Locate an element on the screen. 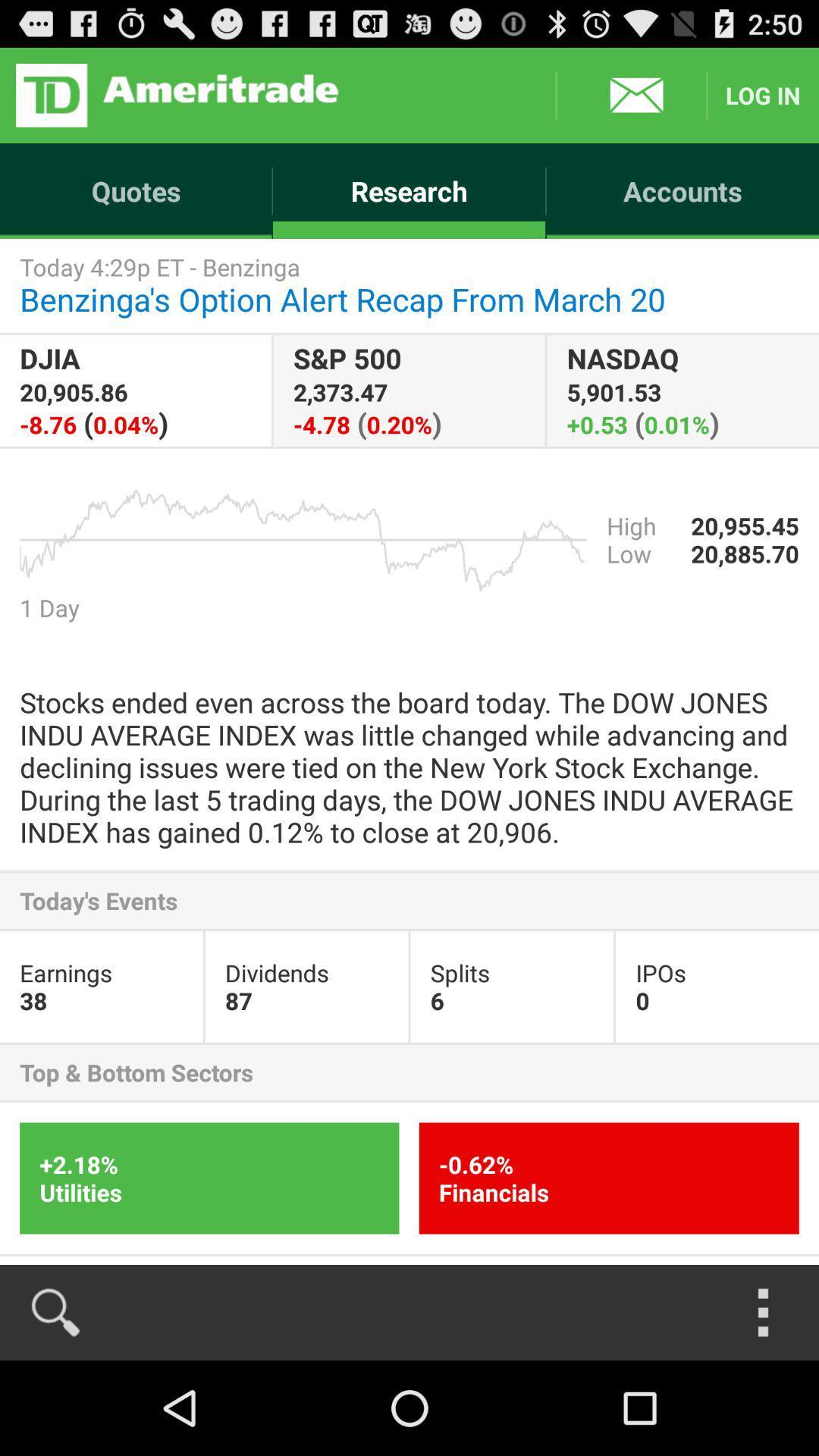 The image size is (819, 1456). app next to the research app is located at coordinates (135, 190).